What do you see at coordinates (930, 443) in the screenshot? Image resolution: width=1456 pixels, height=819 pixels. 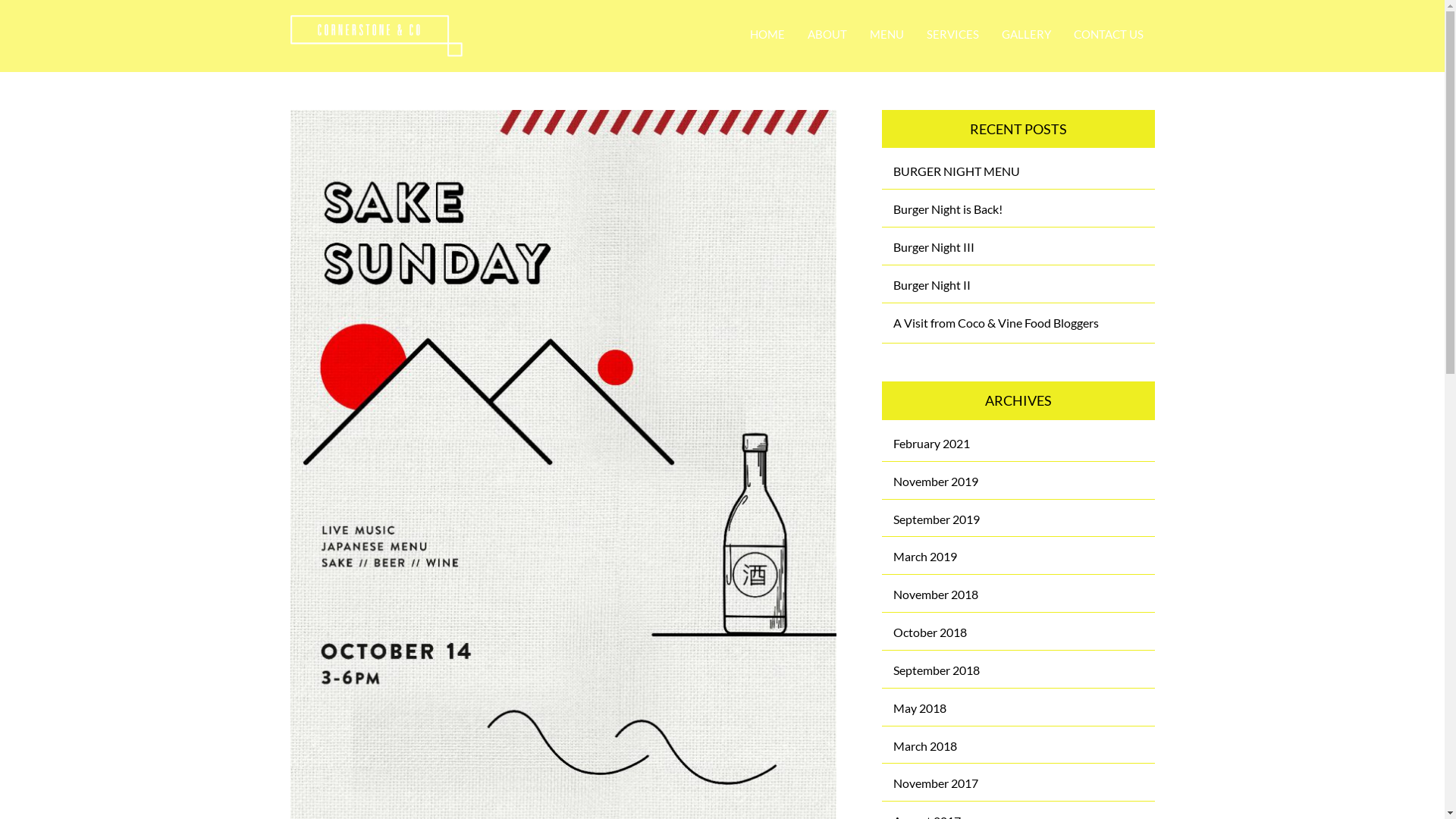 I see `'February 2021'` at bounding box center [930, 443].